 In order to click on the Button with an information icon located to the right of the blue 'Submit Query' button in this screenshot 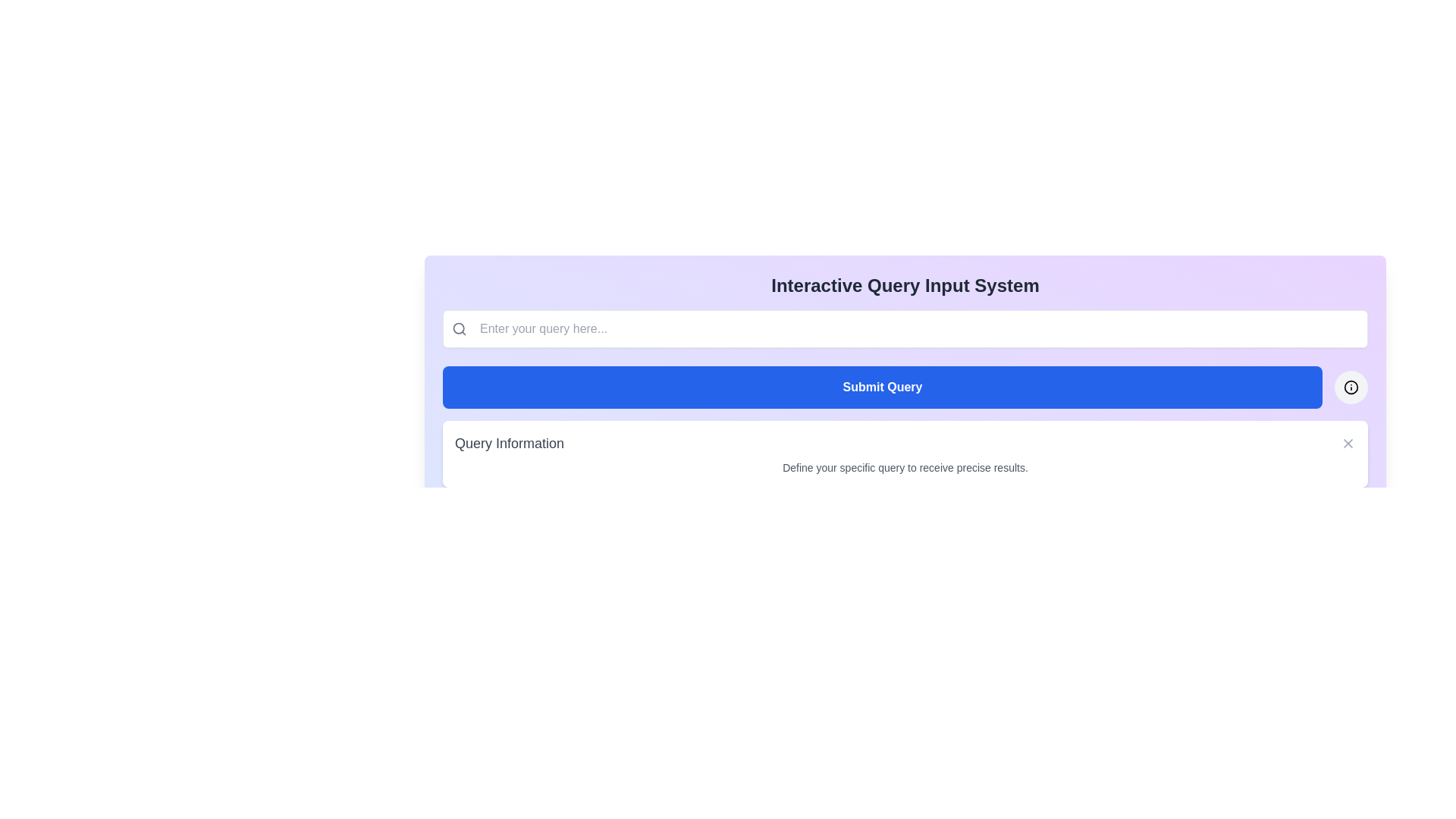, I will do `click(1351, 386)`.